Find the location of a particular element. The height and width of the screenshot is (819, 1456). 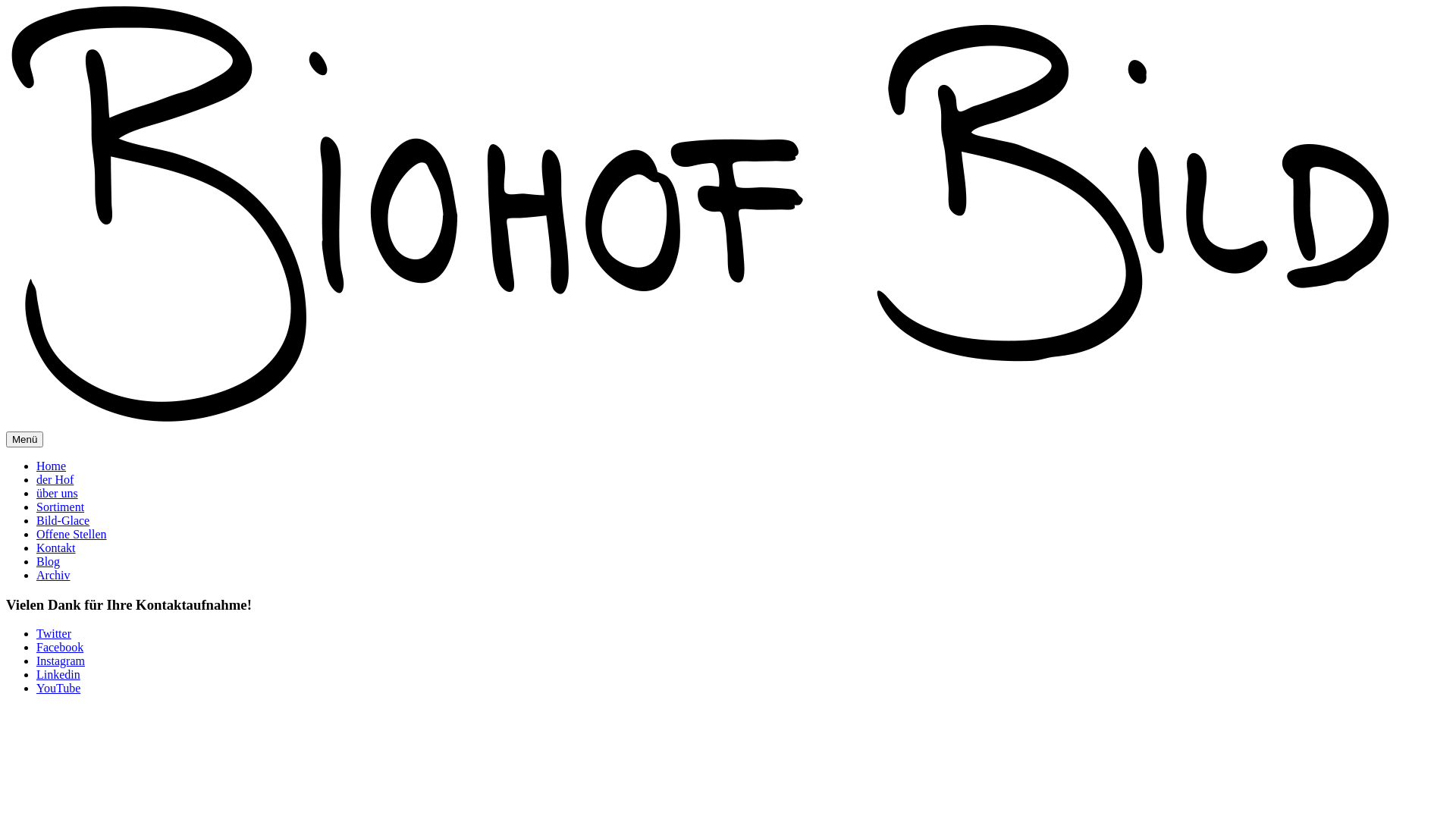

'Biohof Bild' is located at coordinates (698, 217).